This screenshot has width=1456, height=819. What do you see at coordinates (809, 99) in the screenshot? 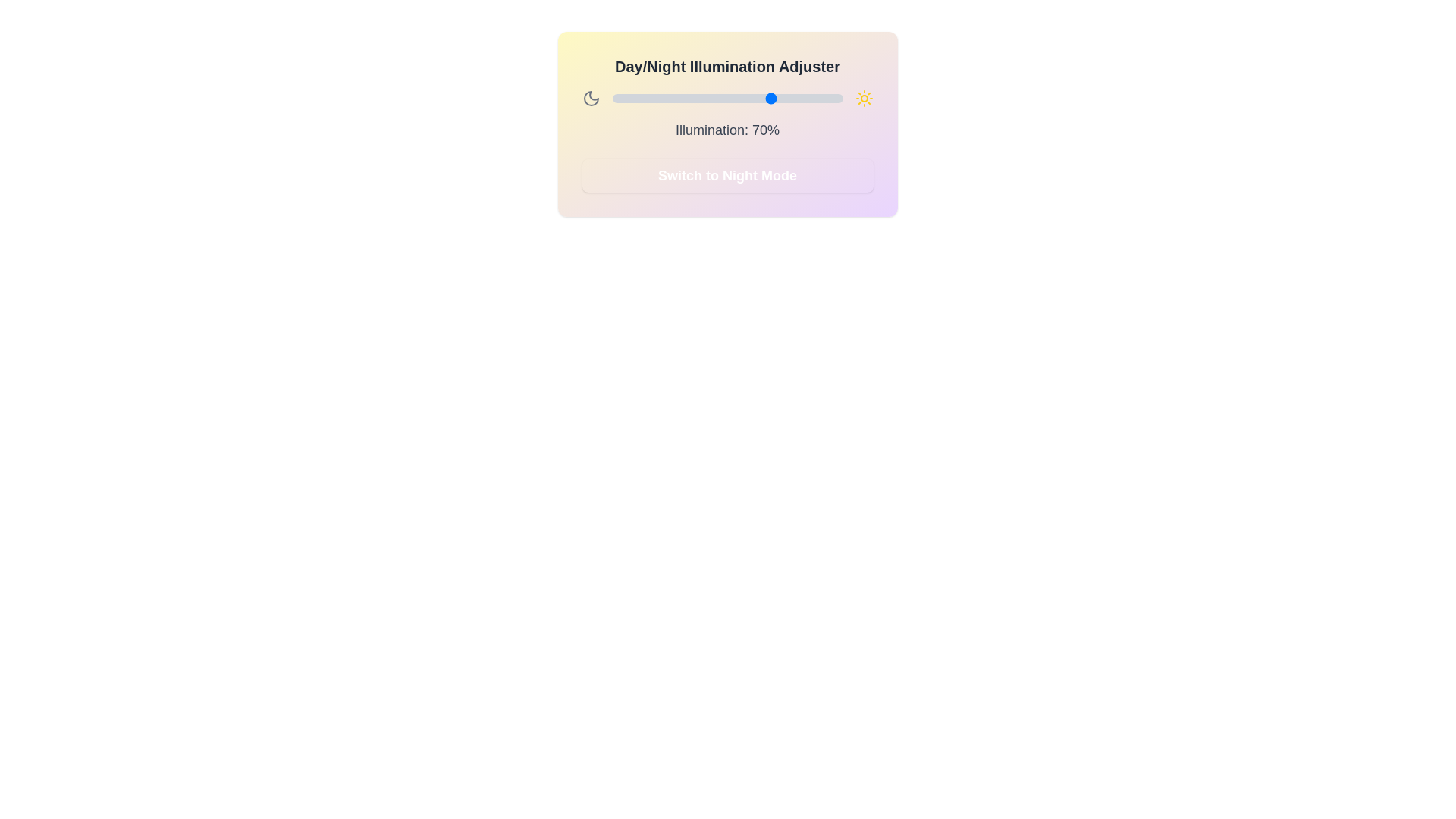
I see `the illumination level to 86% by dragging the slider` at bounding box center [809, 99].